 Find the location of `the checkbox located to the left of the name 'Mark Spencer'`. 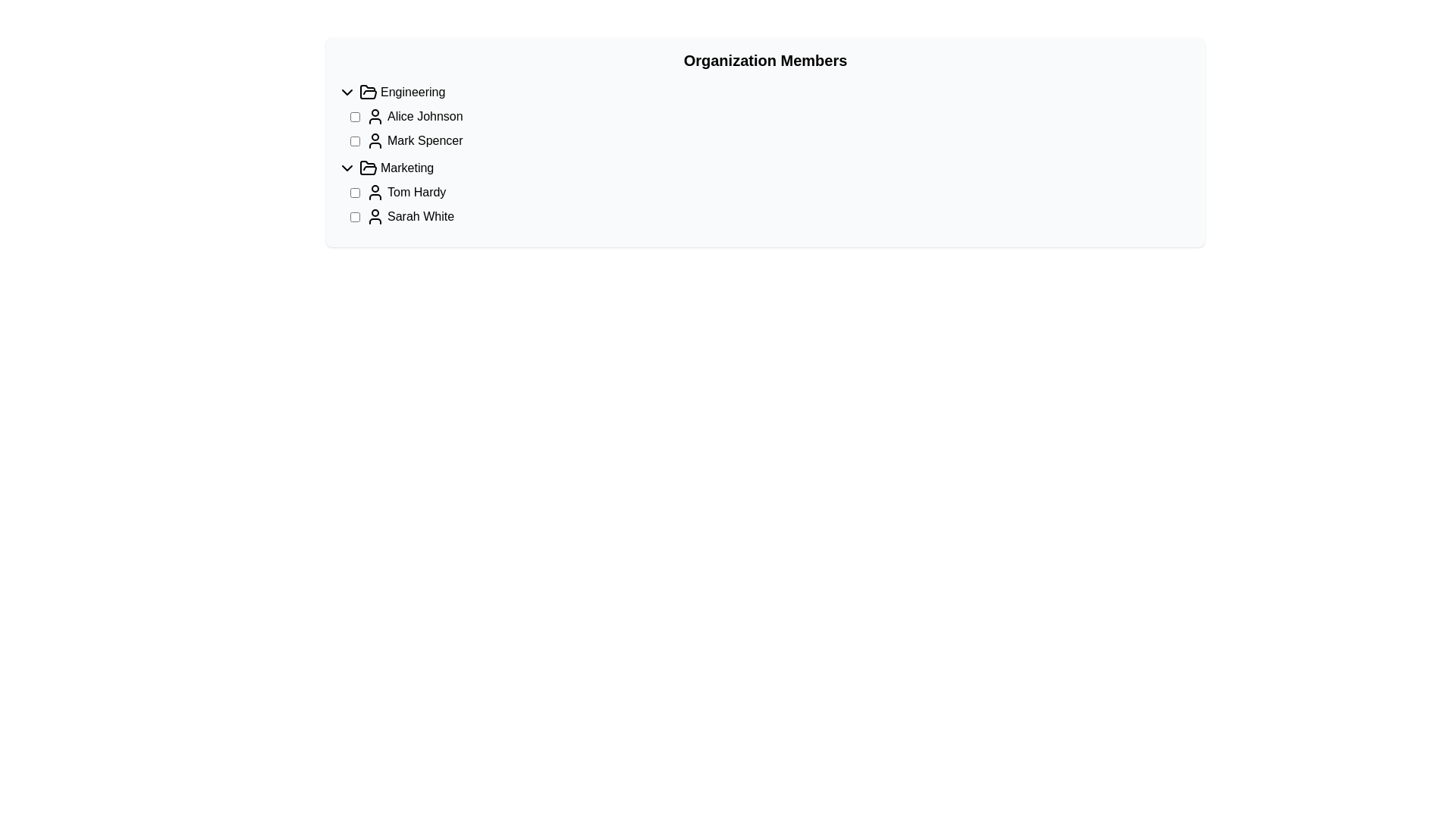

the checkbox located to the left of the name 'Mark Spencer' is located at coordinates (354, 140).